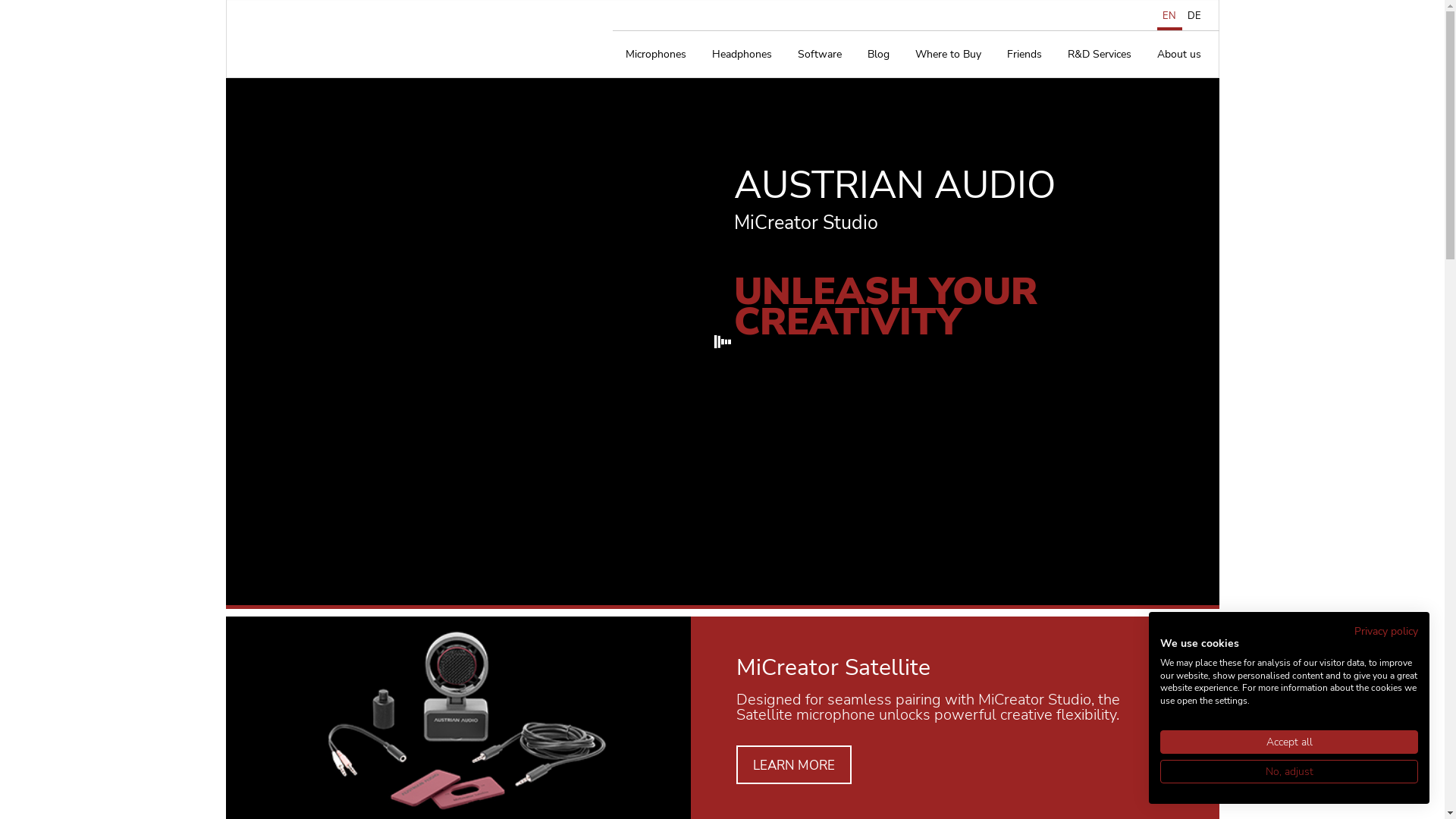  What do you see at coordinates (1156, 15) in the screenshot?
I see `'EN'` at bounding box center [1156, 15].